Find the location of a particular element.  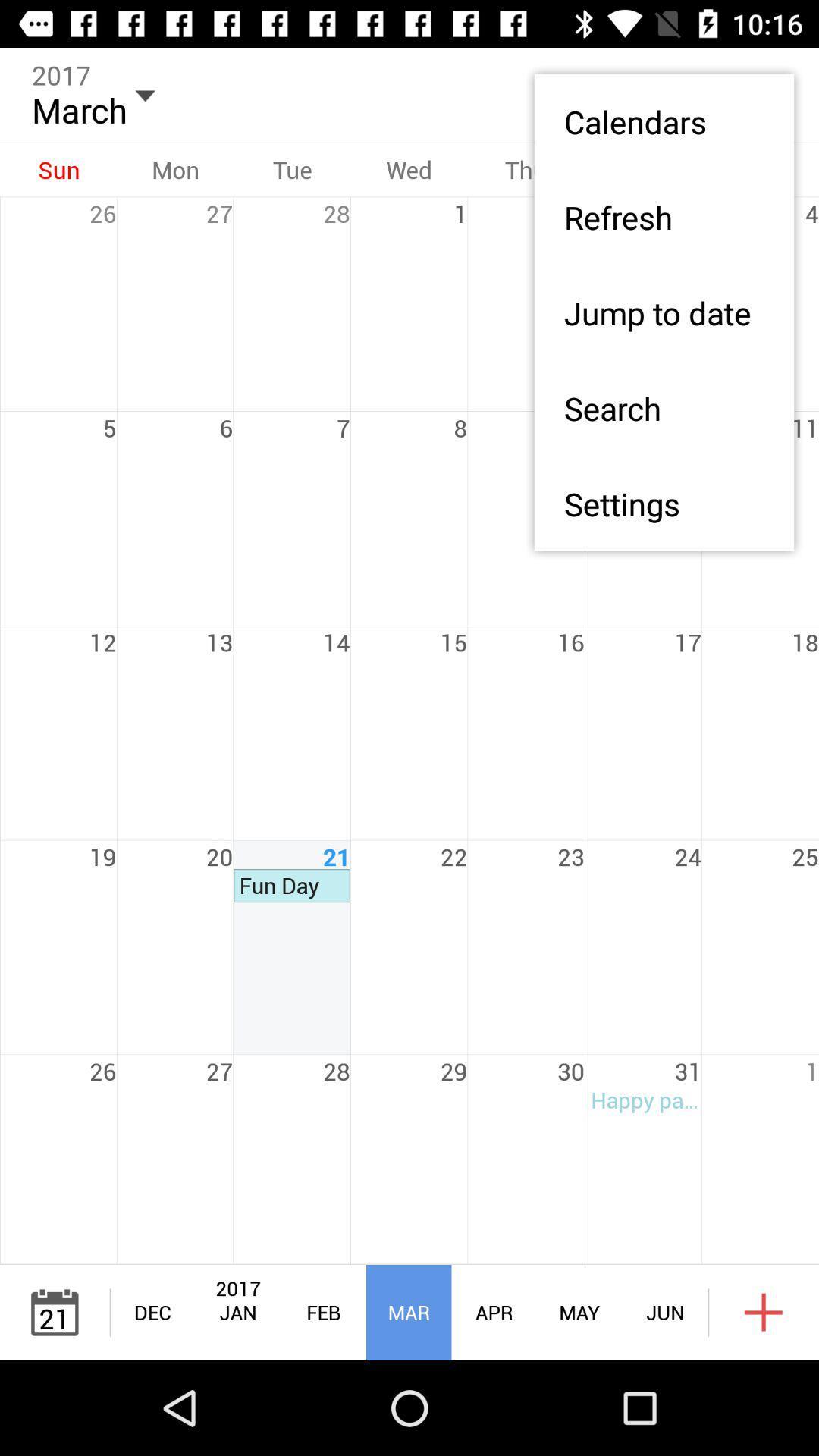

icon above the search app is located at coordinates (663, 312).